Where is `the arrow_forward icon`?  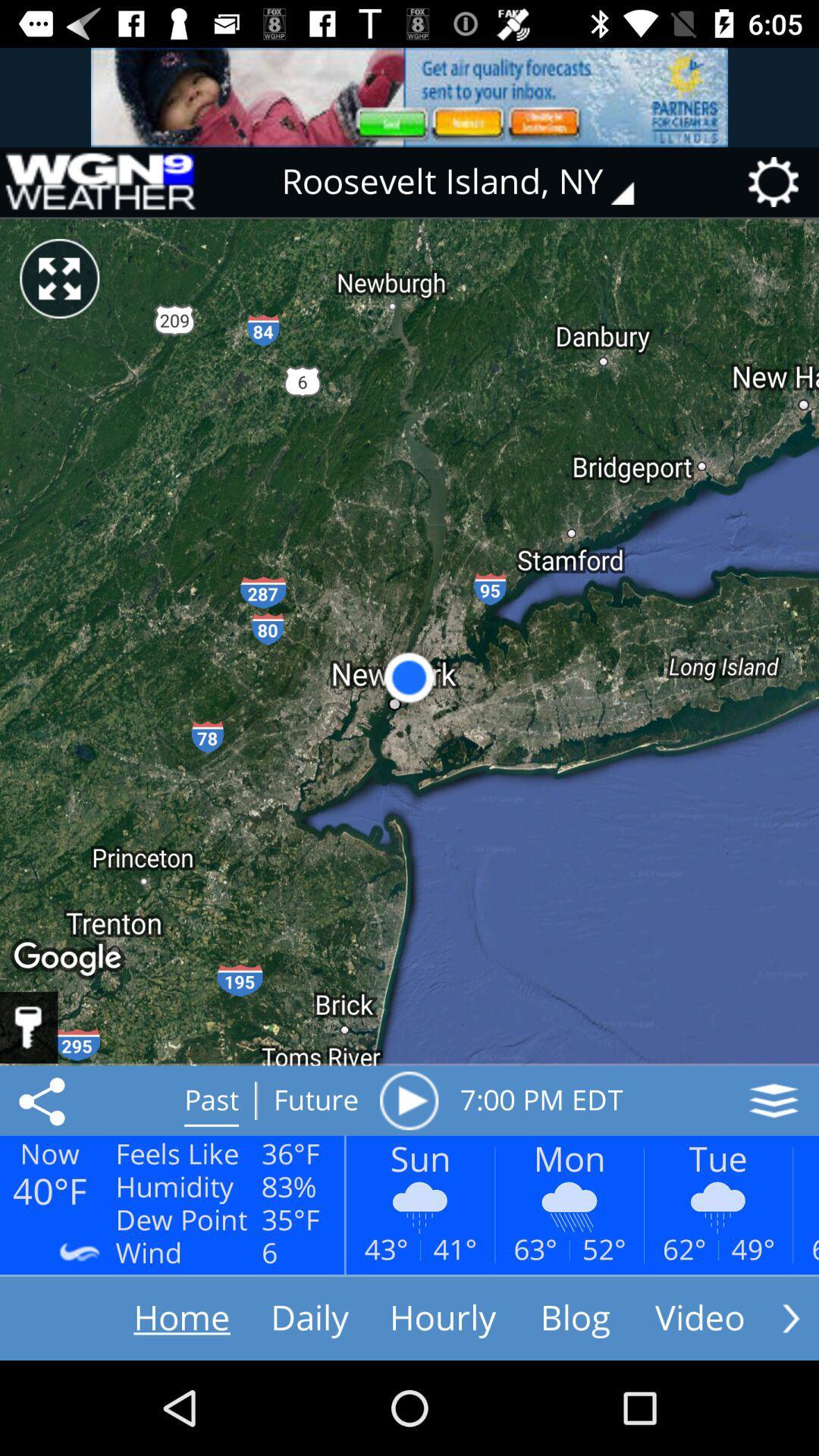 the arrow_forward icon is located at coordinates (790, 1317).